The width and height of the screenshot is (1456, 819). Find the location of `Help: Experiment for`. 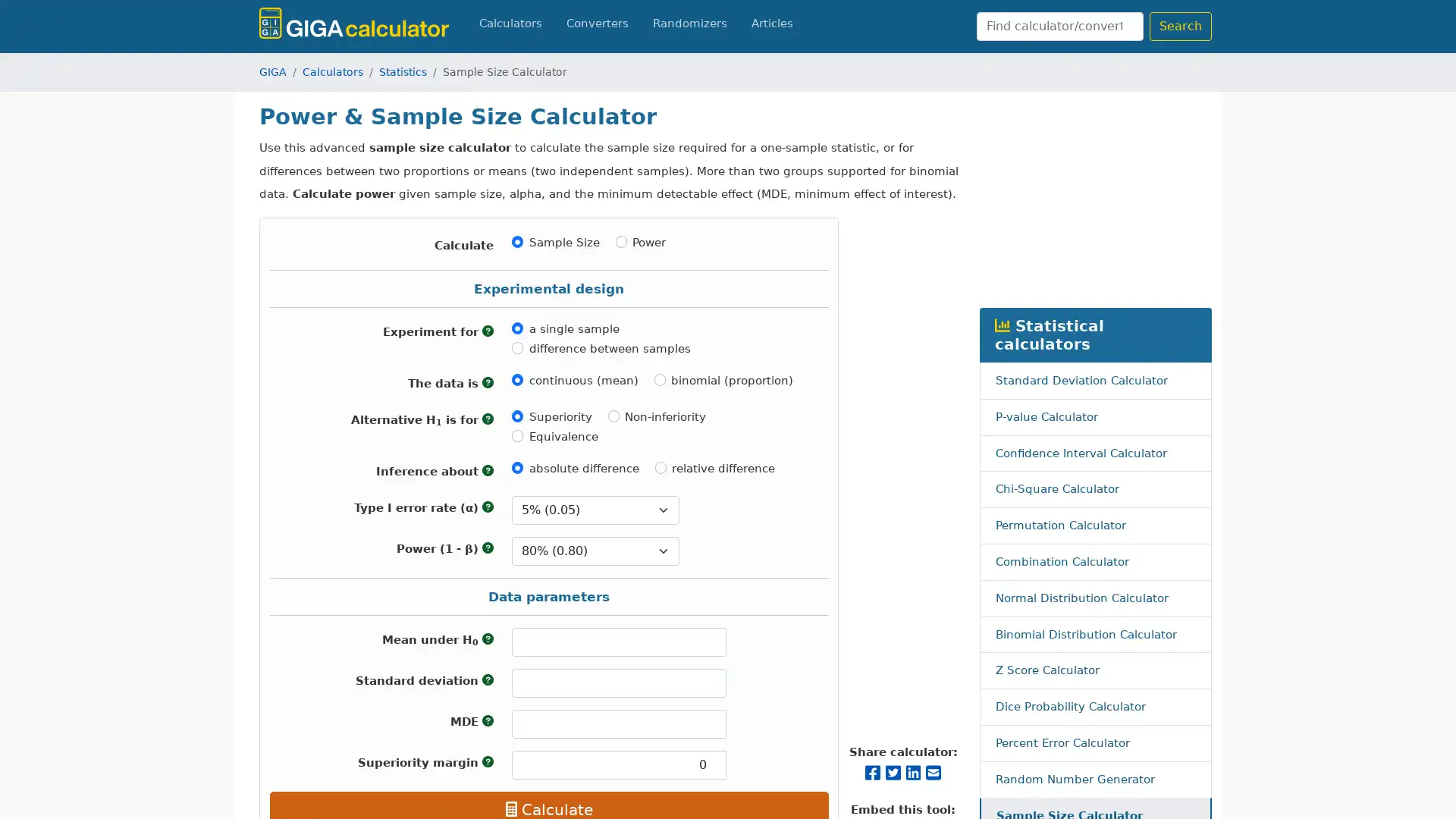

Help: Experiment for is located at coordinates (487, 330).